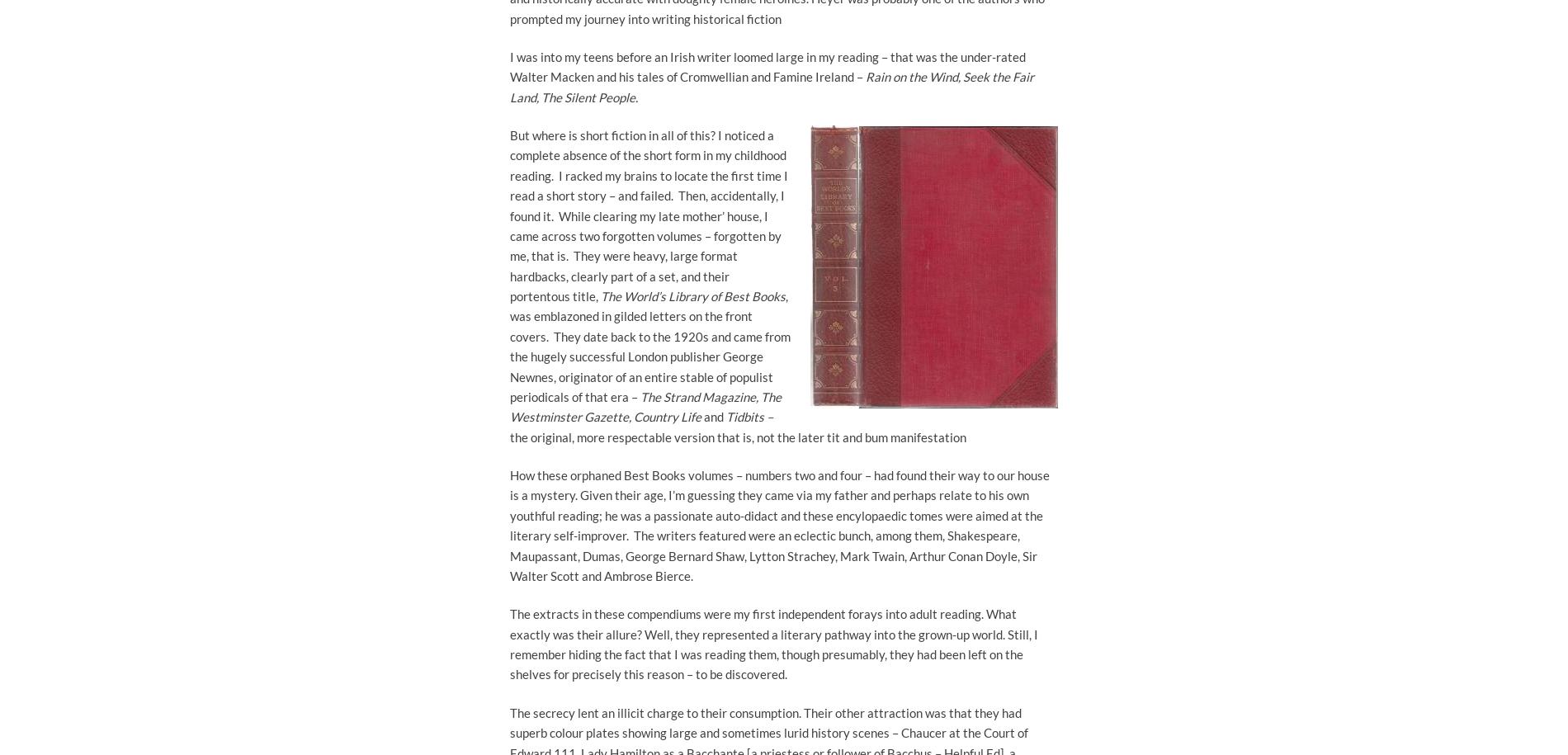  What do you see at coordinates (648, 215) in the screenshot?
I see `'But where is short fiction in all of this? I noticed a complete absence of the short form in my childhood reading.  I racked my brains to locate the first time I read a short story – and failed.  Then, accidentally, I found it.  While clearing my late mother’ house, I came across two forgotten volumes – forgotten by me, that is.  They were heavy, large format hardbacks, clearly part of a set, and their portentous title,'` at bounding box center [648, 215].